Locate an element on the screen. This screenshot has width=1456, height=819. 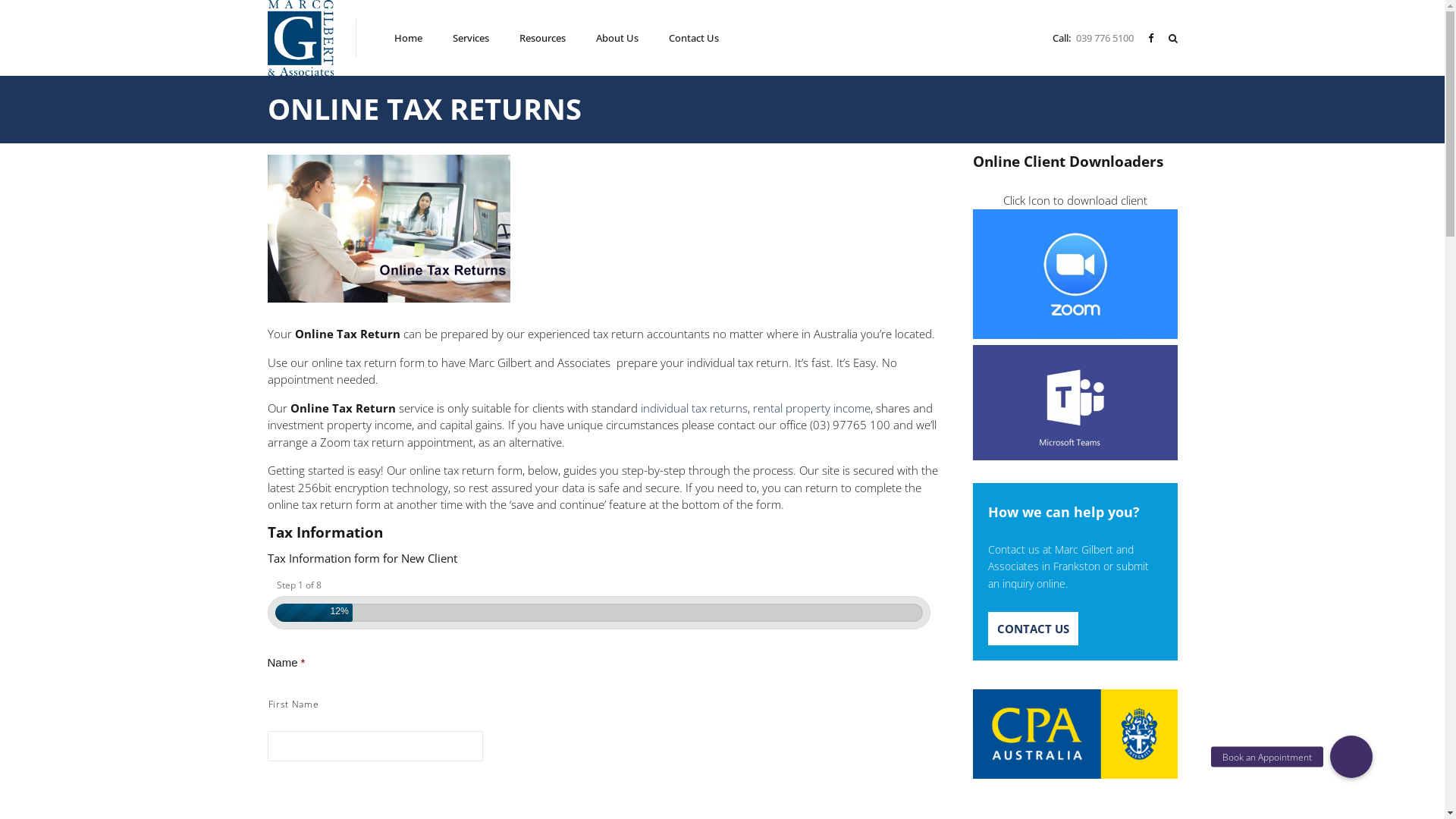
'OnlineReturns' is located at coordinates (388, 228).